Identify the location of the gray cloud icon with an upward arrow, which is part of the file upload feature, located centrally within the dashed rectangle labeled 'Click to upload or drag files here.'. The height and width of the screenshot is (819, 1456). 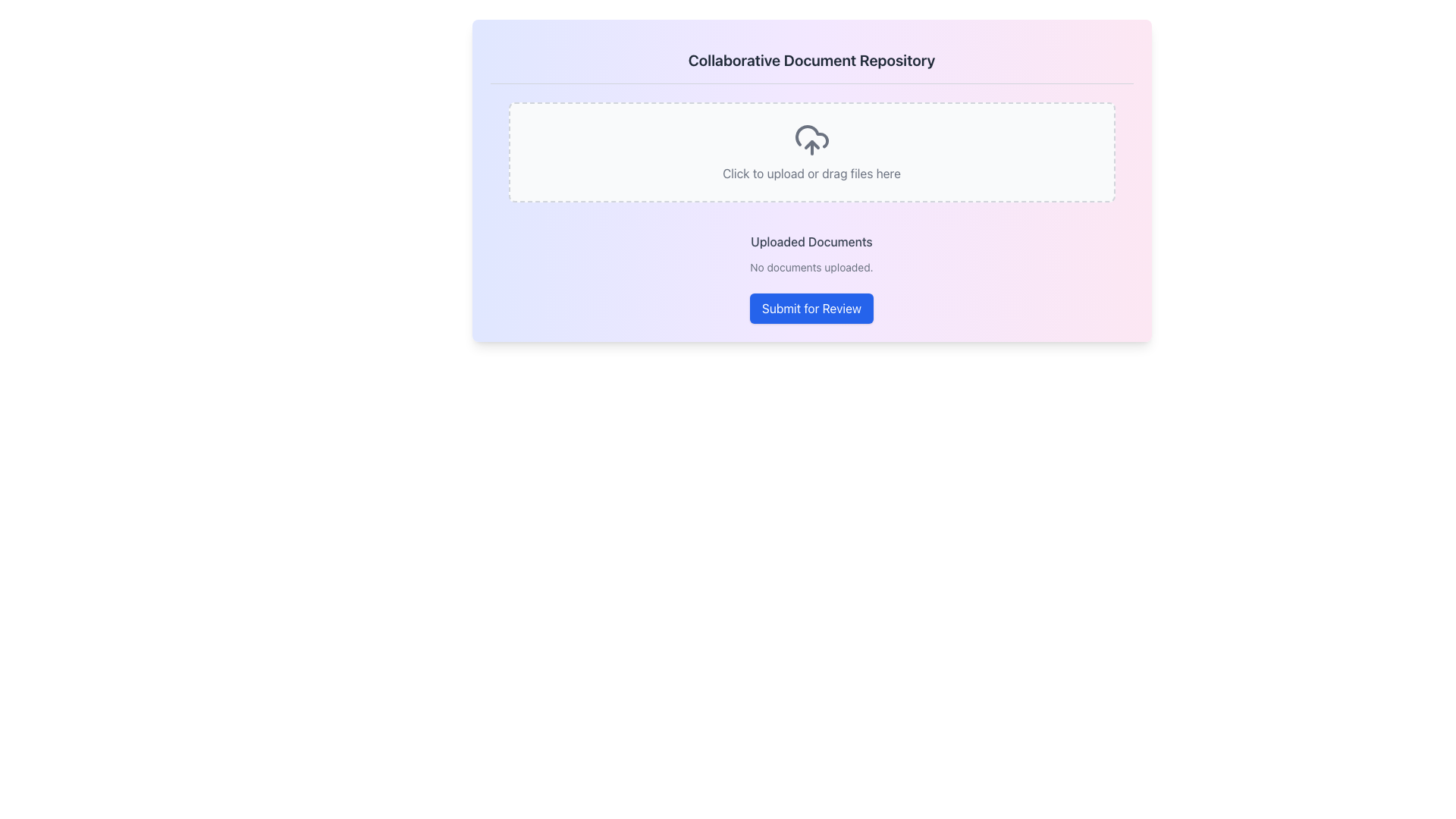
(811, 140).